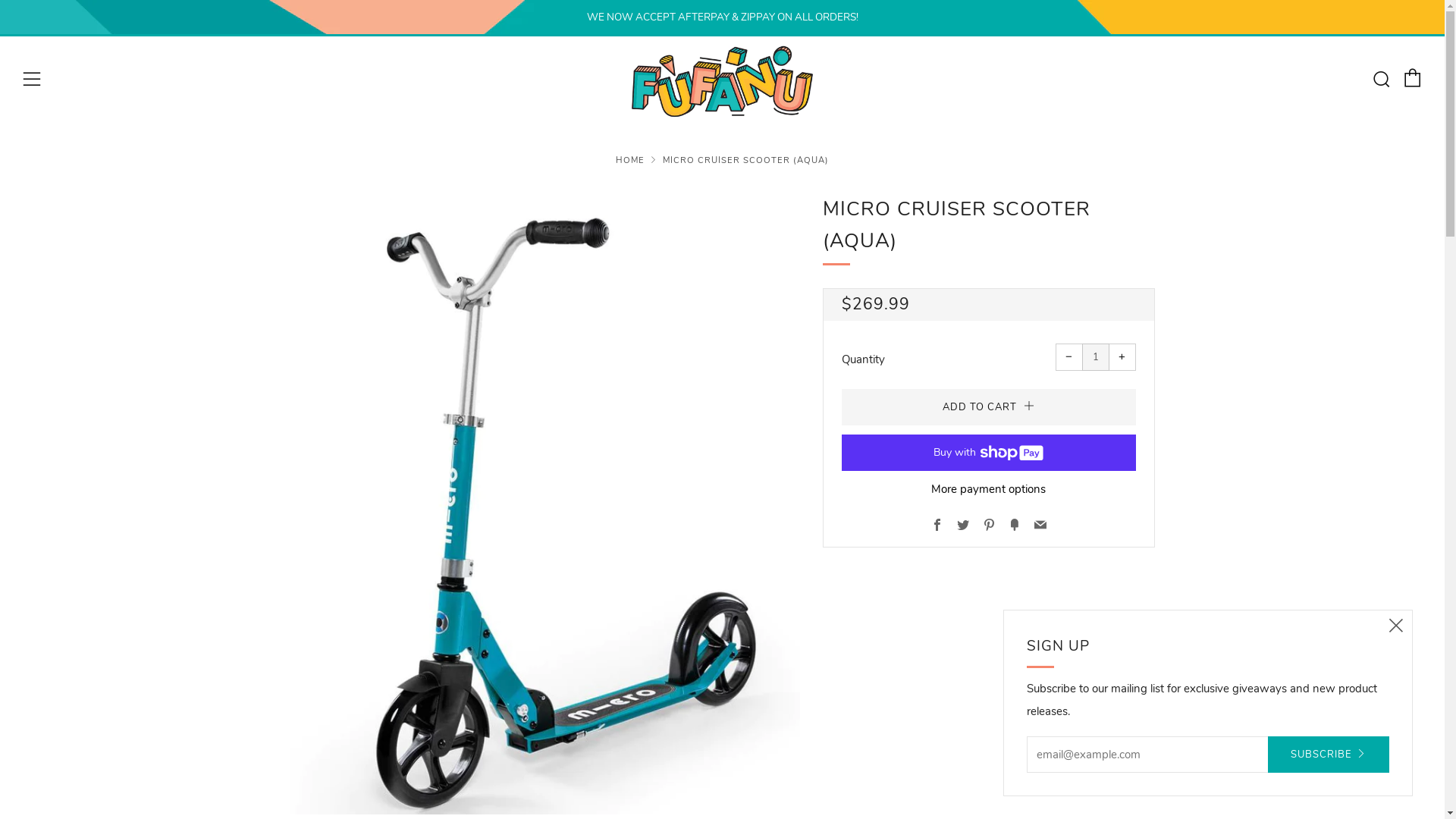  Describe the element at coordinates (989, 526) in the screenshot. I see `'Pinterest'` at that location.